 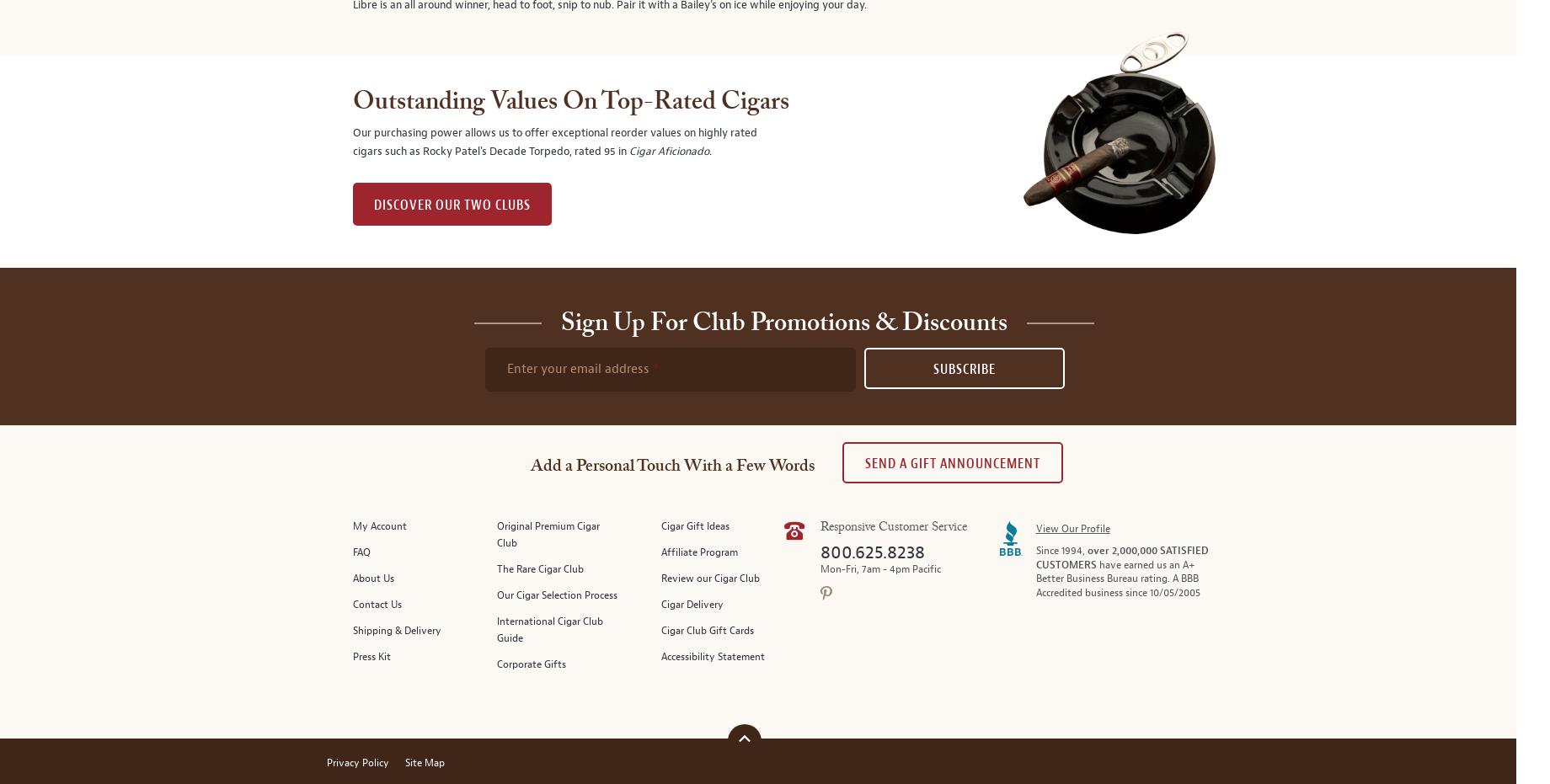 What do you see at coordinates (377, 604) in the screenshot?
I see `'Contact Us'` at bounding box center [377, 604].